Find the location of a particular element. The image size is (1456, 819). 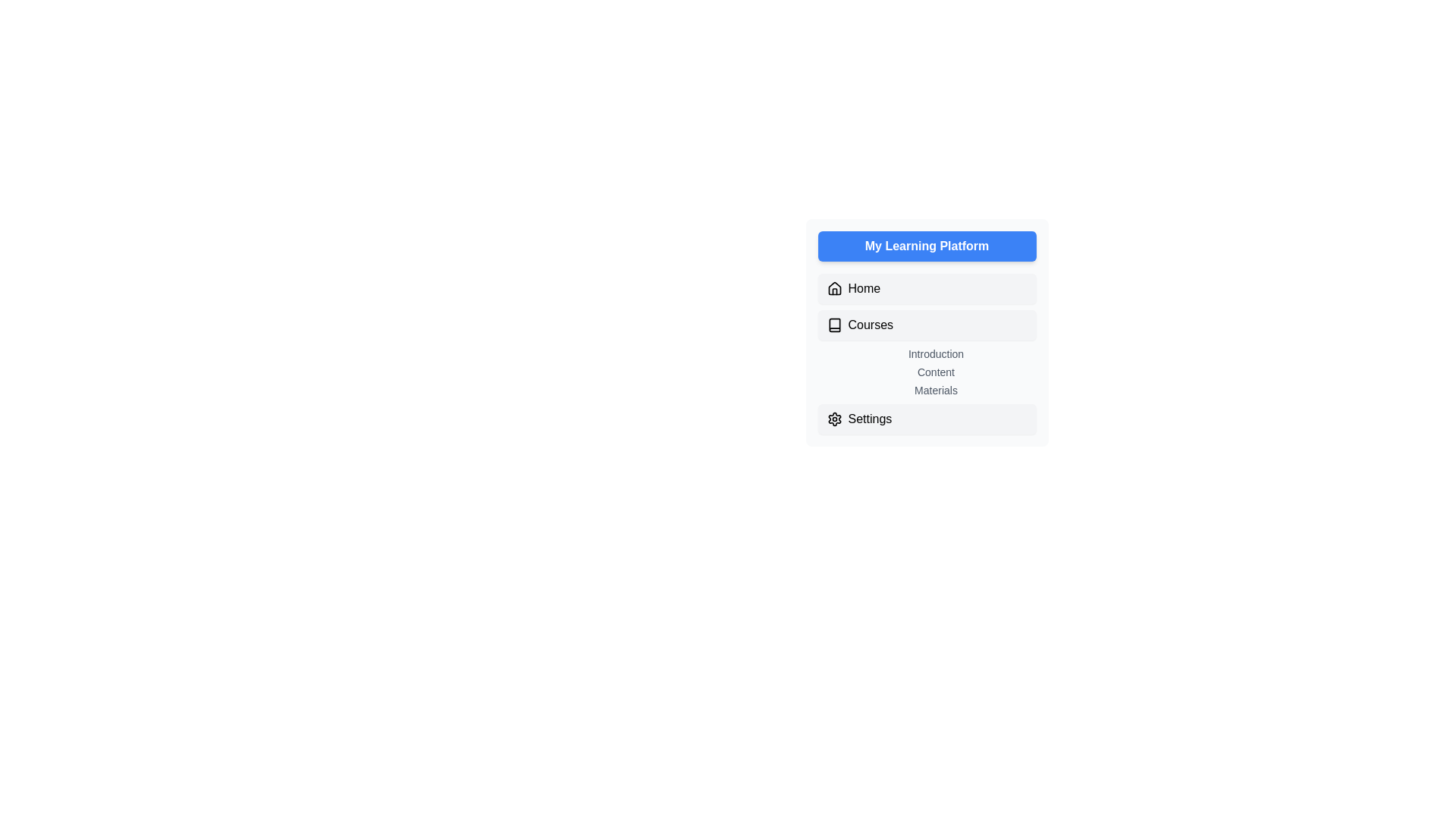

the hyperlink text labeled 'Content' is located at coordinates (935, 372).